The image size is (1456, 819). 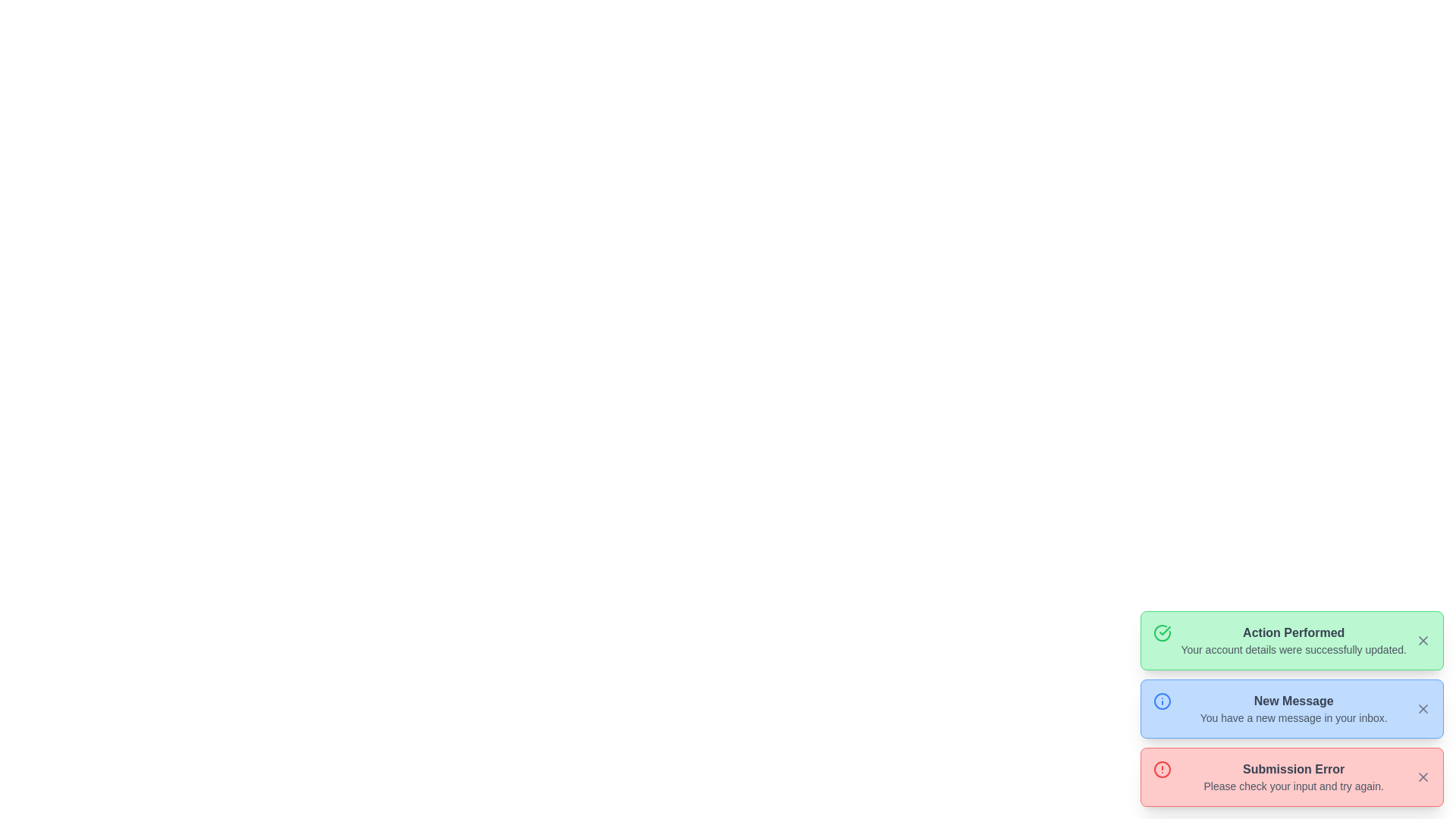 I want to click on the 'X' icon in the upper-right corner of the blue notification bar, so click(x=1422, y=708).